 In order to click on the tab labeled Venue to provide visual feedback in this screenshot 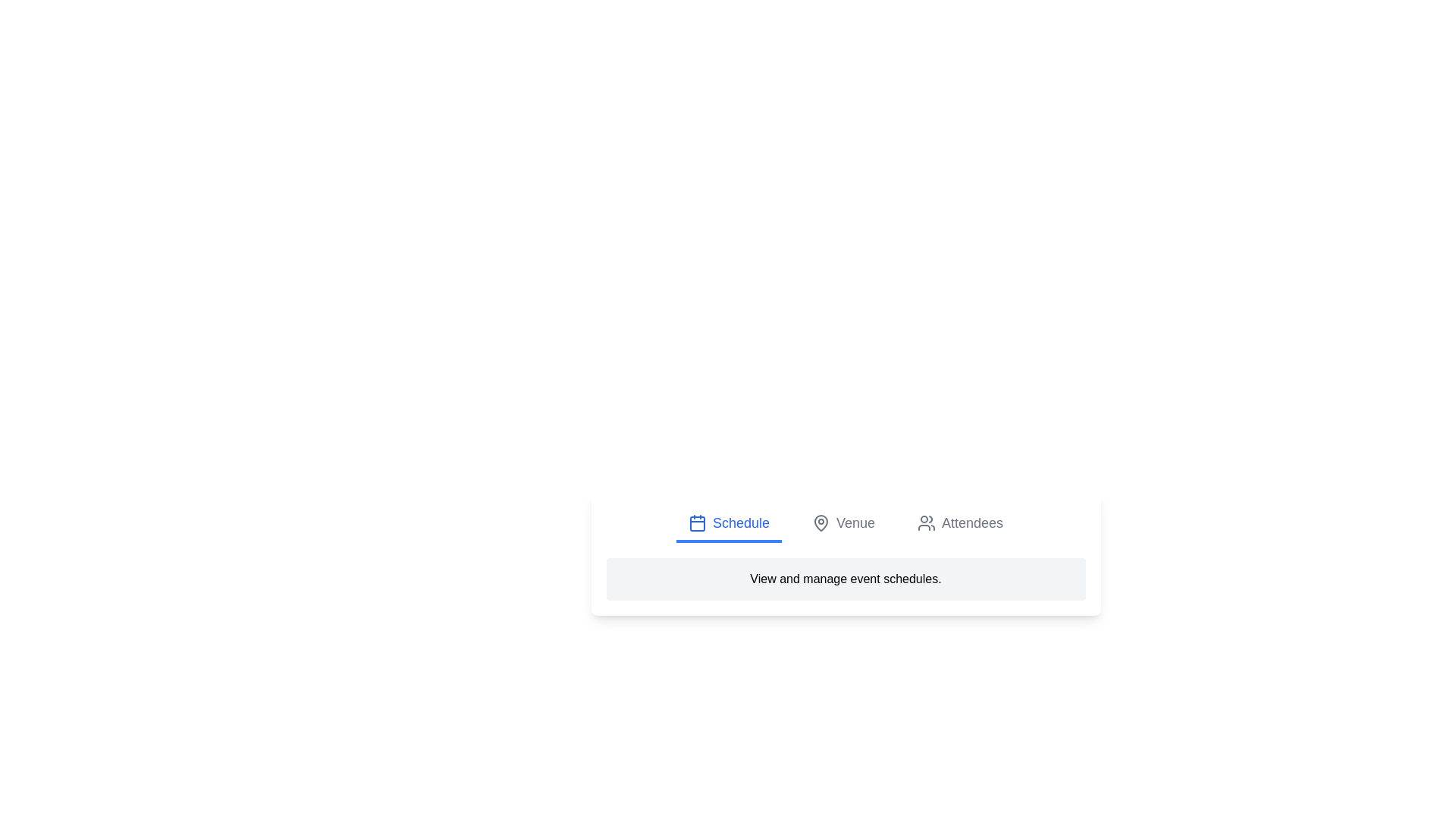, I will do `click(843, 523)`.